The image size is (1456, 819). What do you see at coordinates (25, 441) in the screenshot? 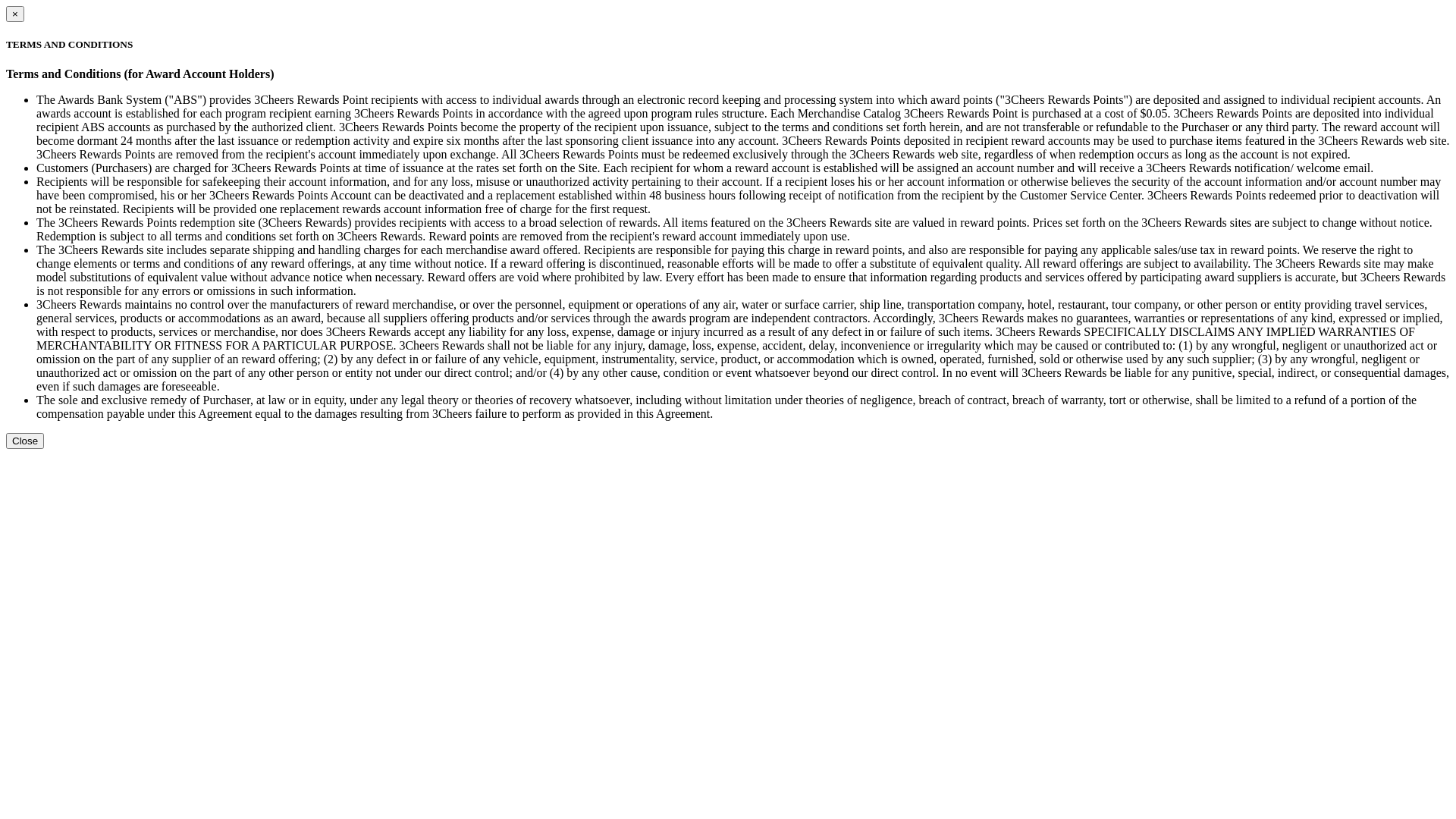
I see `'Close'` at bounding box center [25, 441].